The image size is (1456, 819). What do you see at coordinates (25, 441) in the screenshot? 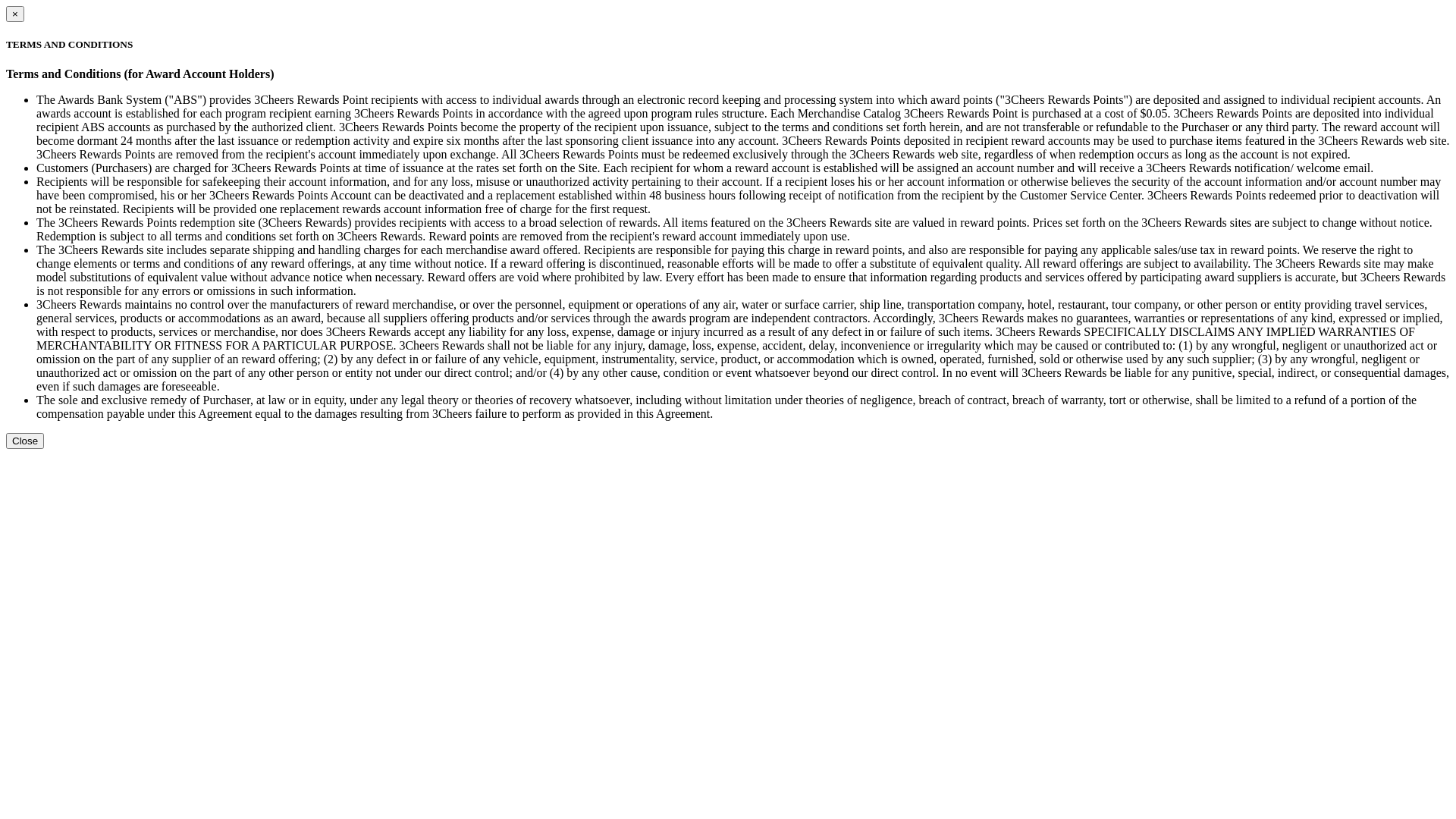
I see `'Close'` at bounding box center [25, 441].